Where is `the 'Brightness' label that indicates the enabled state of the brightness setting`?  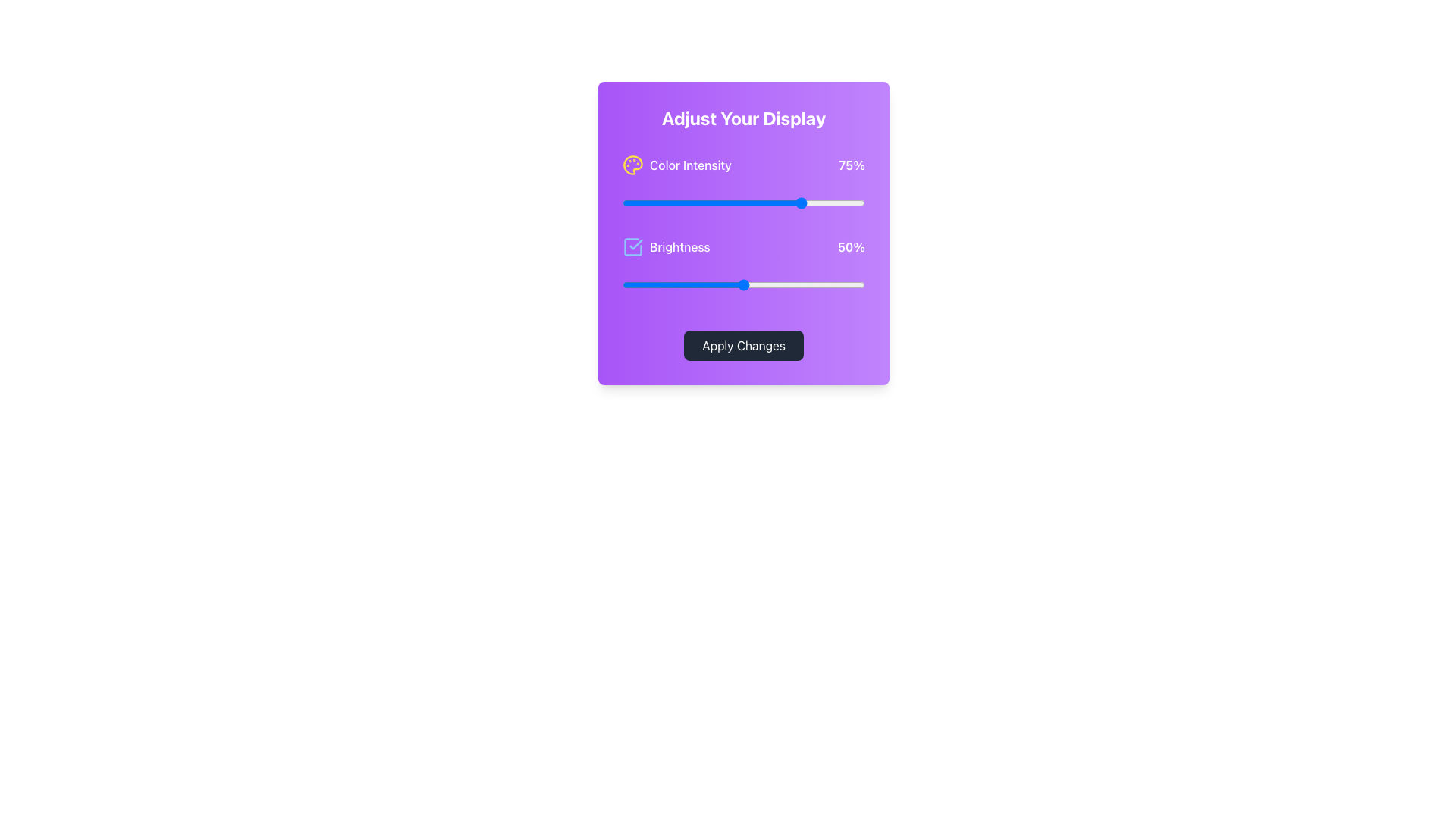
the 'Brightness' label that indicates the enabled state of the brightness setting is located at coordinates (666, 246).